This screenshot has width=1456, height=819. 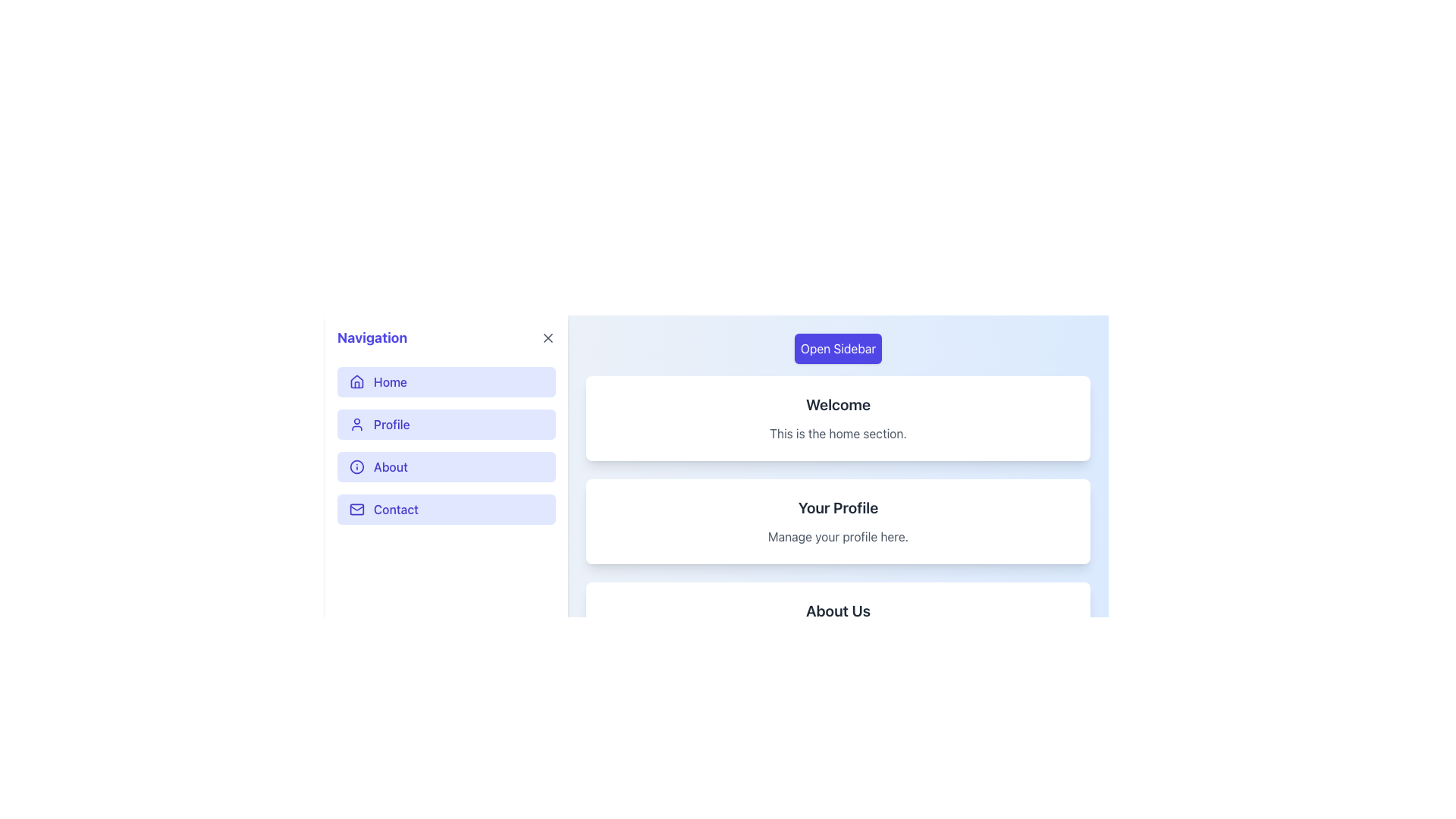 What do you see at coordinates (548, 337) in the screenshot?
I see `the close button located at the top-right corner of the navigation sidebar to hide or collapse it` at bounding box center [548, 337].